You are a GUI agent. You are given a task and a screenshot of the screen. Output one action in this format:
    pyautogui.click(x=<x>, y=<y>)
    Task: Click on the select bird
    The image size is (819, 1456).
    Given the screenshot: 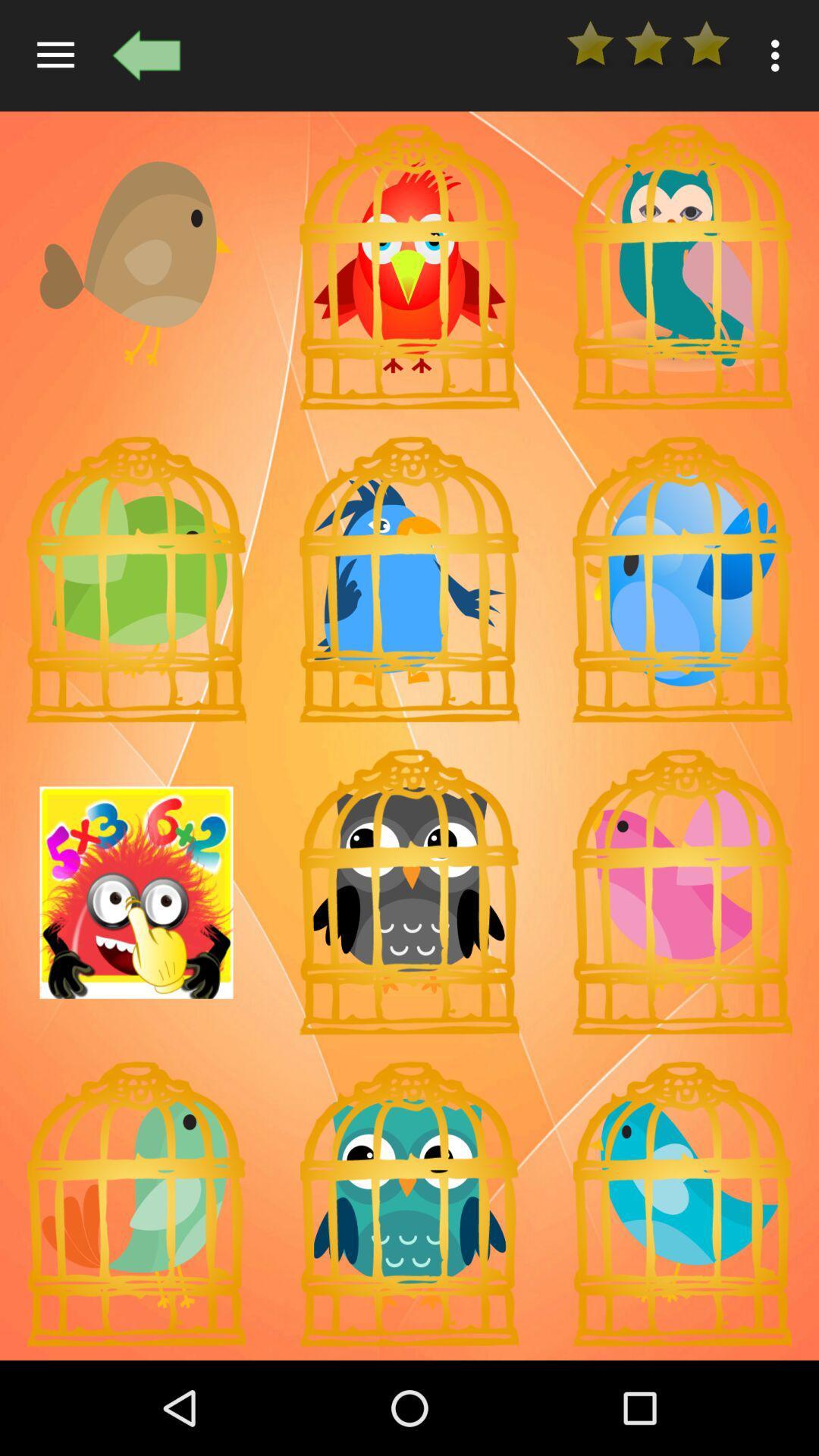 What is the action you would take?
    pyautogui.click(x=681, y=267)
    